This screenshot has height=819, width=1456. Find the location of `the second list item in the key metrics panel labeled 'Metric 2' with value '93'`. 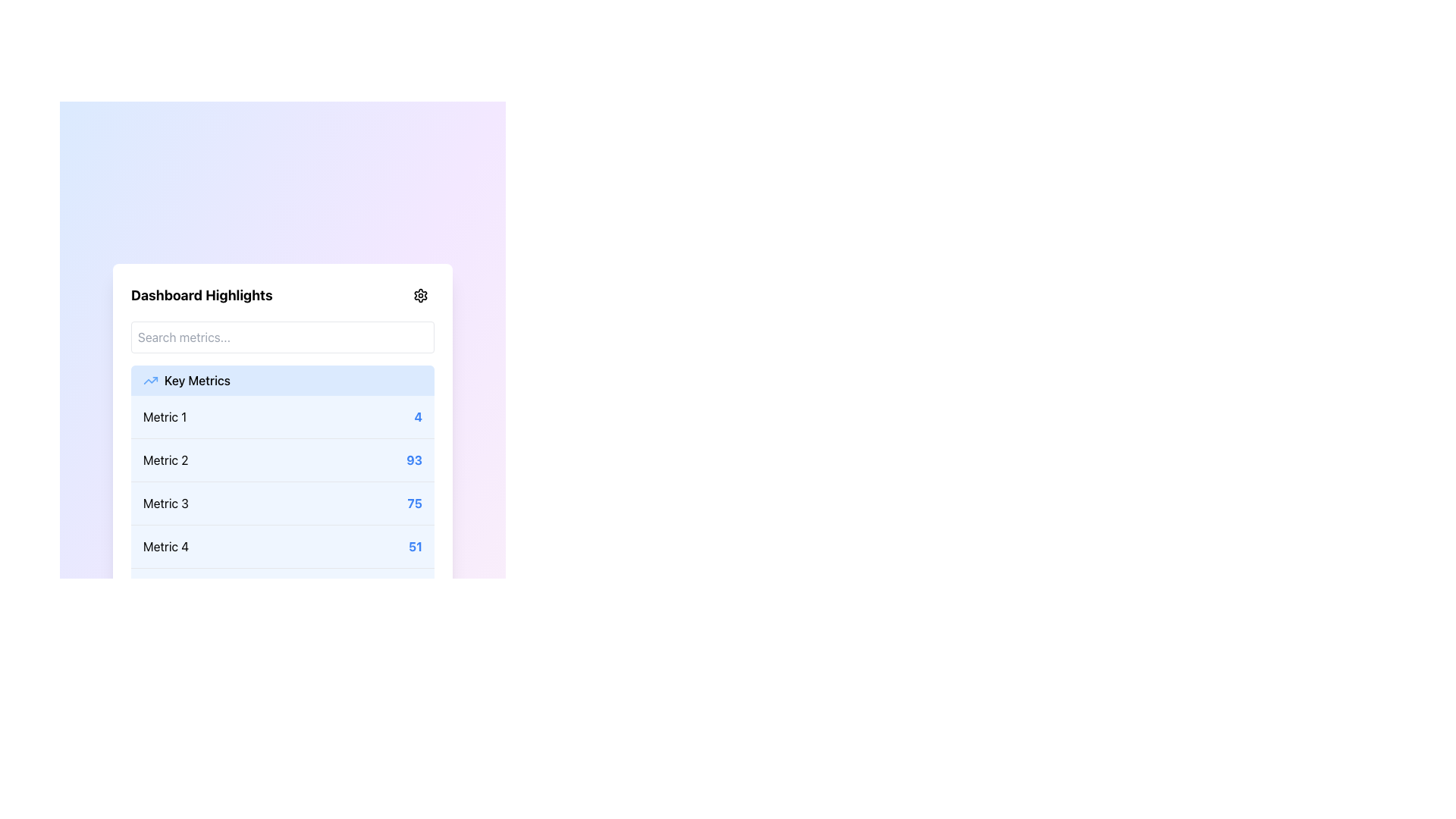

the second list item in the key metrics panel labeled 'Metric 2' with value '93' is located at coordinates (283, 458).